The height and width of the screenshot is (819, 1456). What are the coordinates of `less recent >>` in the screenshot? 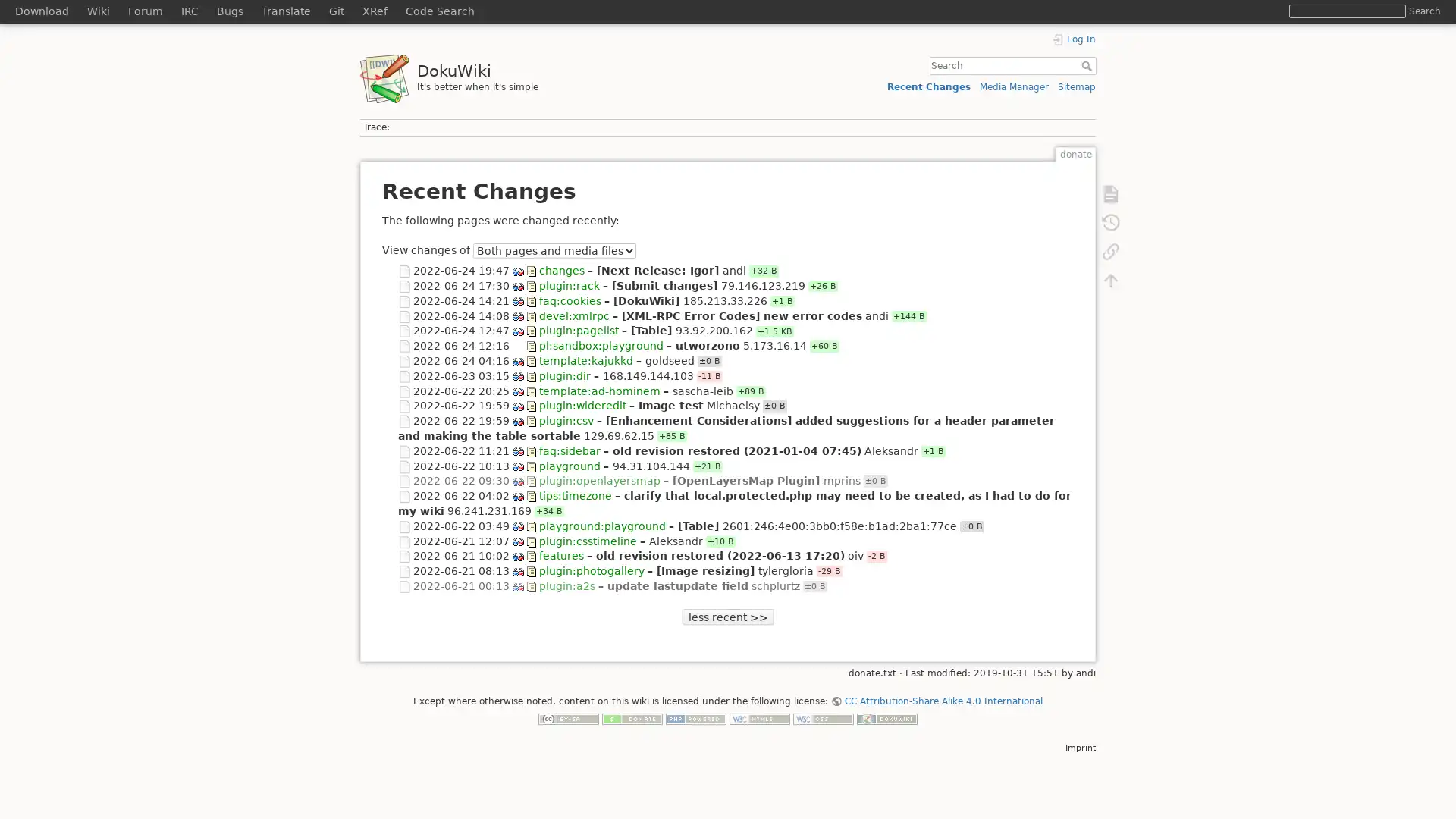 It's located at (726, 617).